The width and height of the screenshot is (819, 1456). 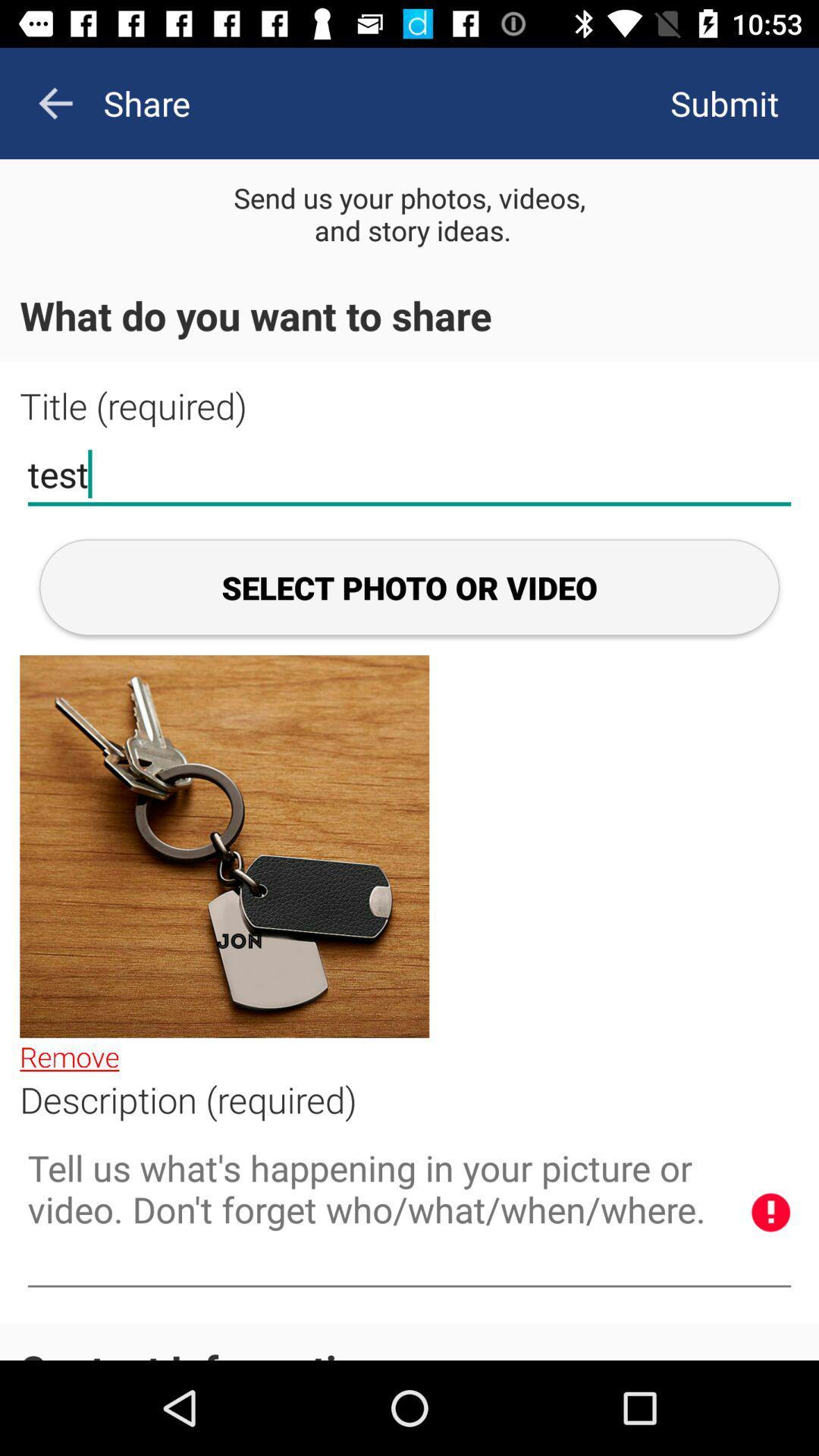 I want to click on description area, so click(x=409, y=1213).